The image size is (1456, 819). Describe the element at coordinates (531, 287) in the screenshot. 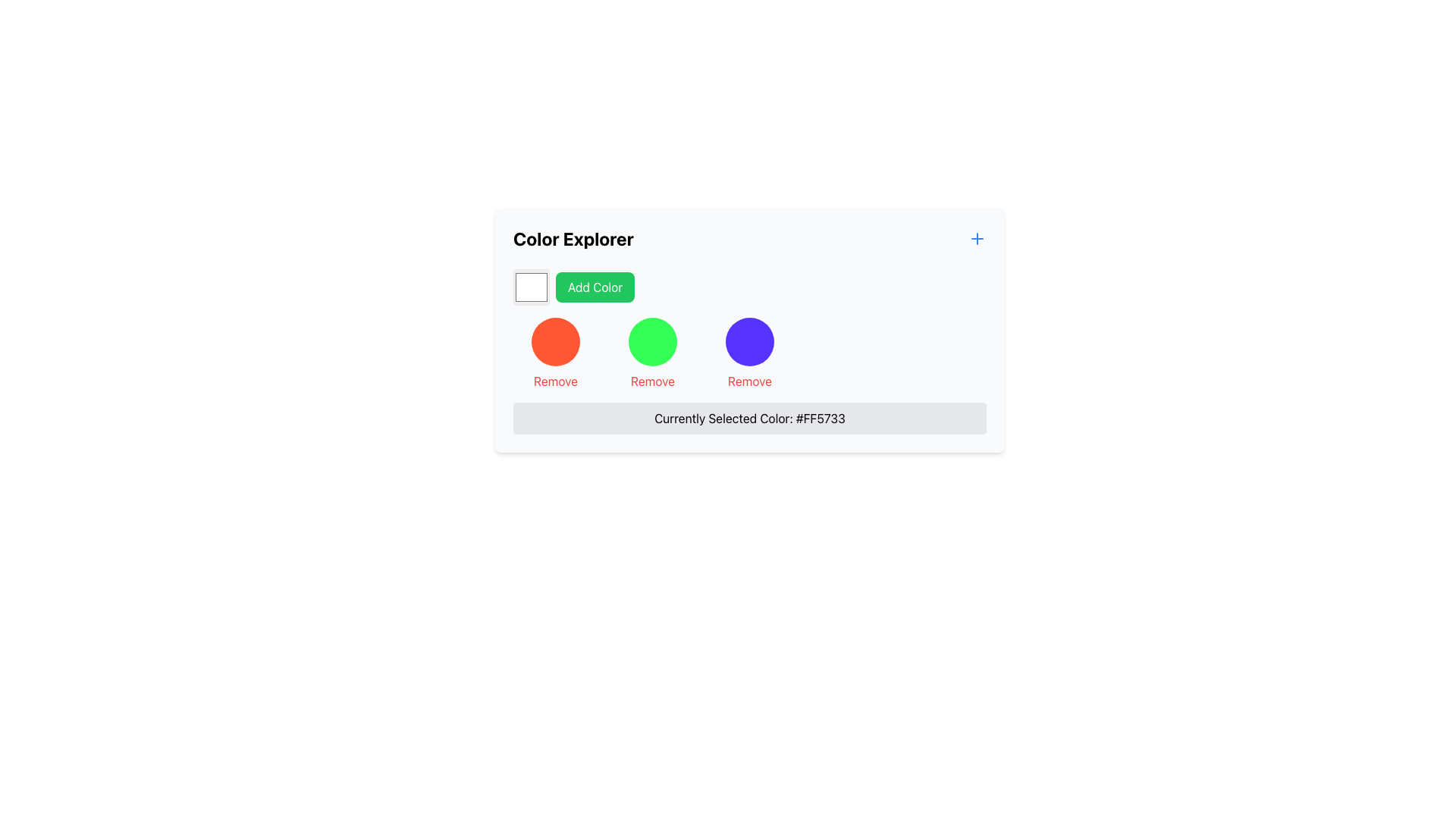

I see `the color selection button located to the left of the green 'Add Color' button` at that location.